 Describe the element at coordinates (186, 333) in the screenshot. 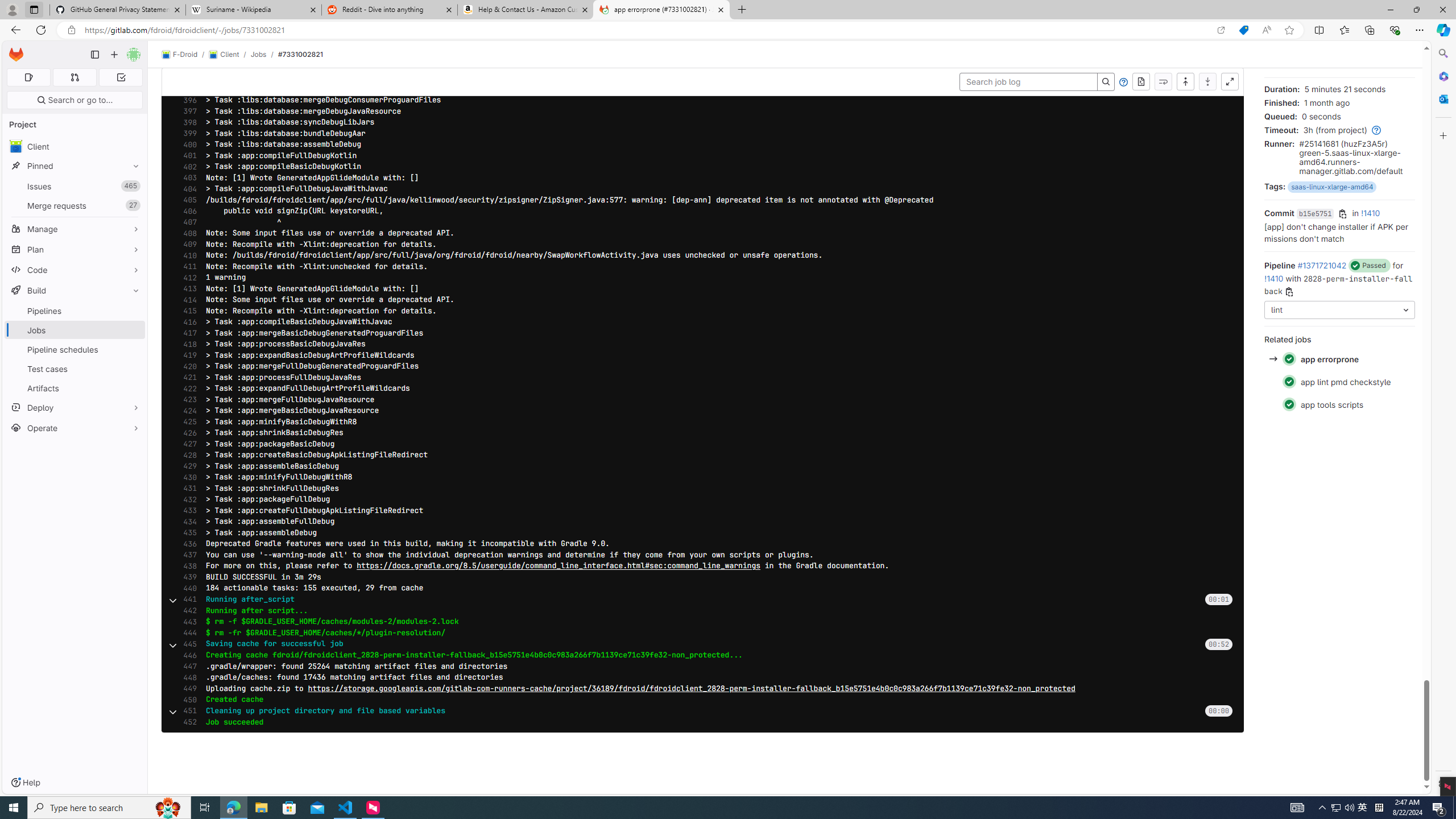

I see `'417'` at that location.